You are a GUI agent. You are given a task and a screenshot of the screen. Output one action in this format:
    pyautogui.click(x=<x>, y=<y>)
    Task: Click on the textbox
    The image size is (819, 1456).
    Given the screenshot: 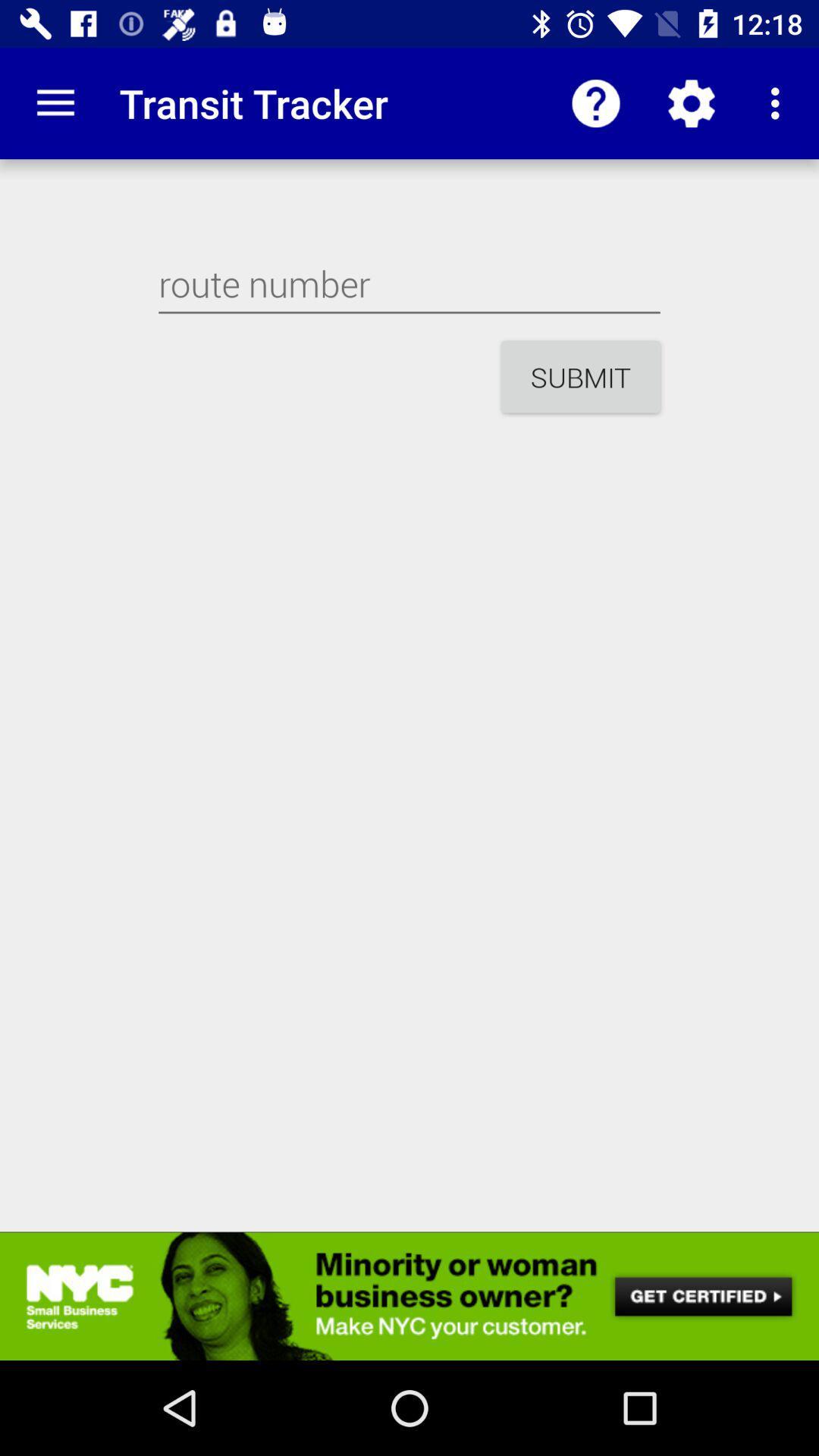 What is the action you would take?
    pyautogui.click(x=409, y=284)
    